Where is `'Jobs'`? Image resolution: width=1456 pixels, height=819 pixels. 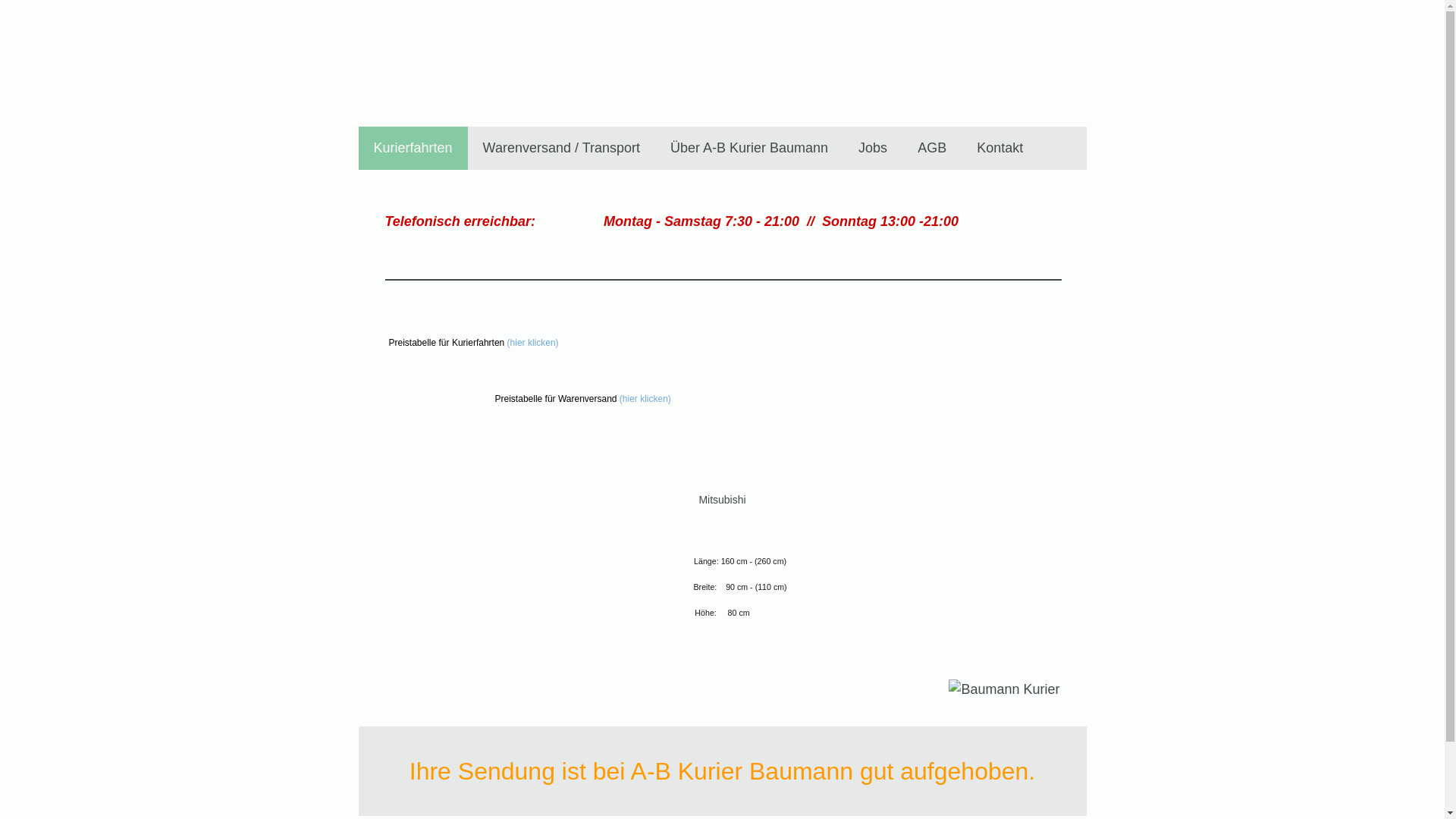 'Jobs' is located at coordinates (873, 148).